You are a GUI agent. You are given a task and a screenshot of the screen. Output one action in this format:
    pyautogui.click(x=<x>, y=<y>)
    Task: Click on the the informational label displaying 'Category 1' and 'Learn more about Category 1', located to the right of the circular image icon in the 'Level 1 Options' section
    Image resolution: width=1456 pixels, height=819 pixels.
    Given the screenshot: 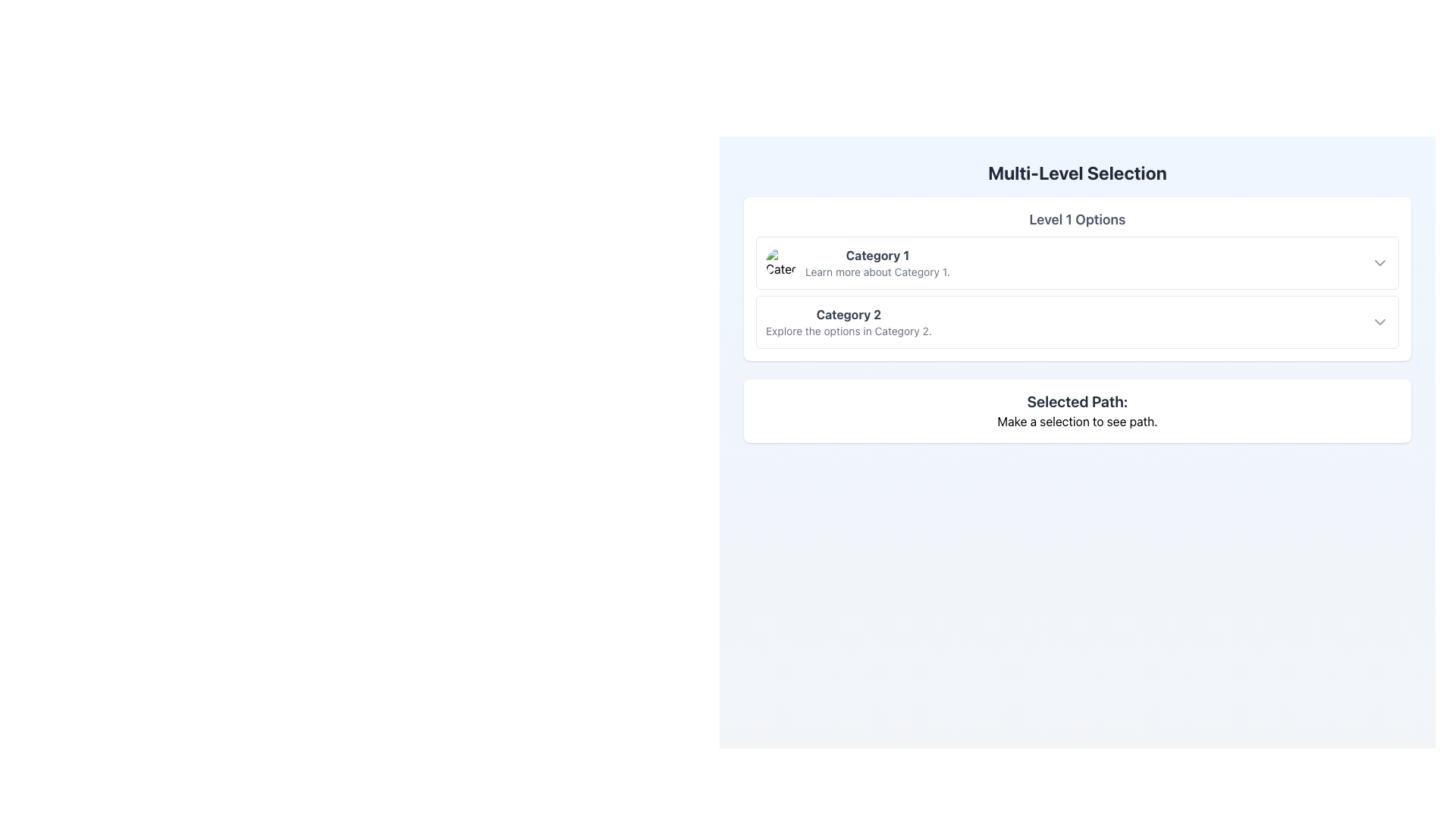 What is the action you would take?
    pyautogui.click(x=877, y=262)
    